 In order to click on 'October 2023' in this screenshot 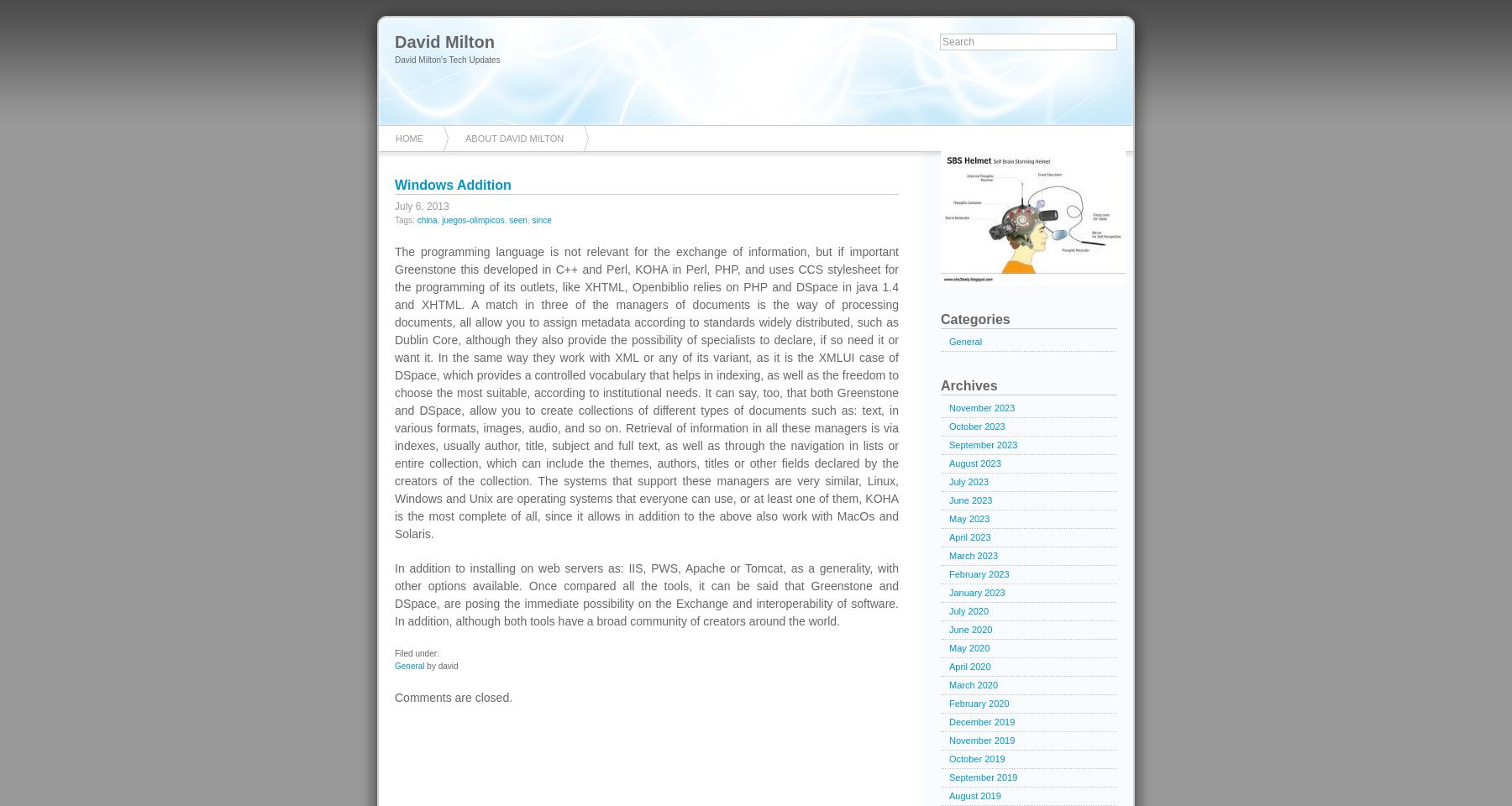, I will do `click(948, 426)`.